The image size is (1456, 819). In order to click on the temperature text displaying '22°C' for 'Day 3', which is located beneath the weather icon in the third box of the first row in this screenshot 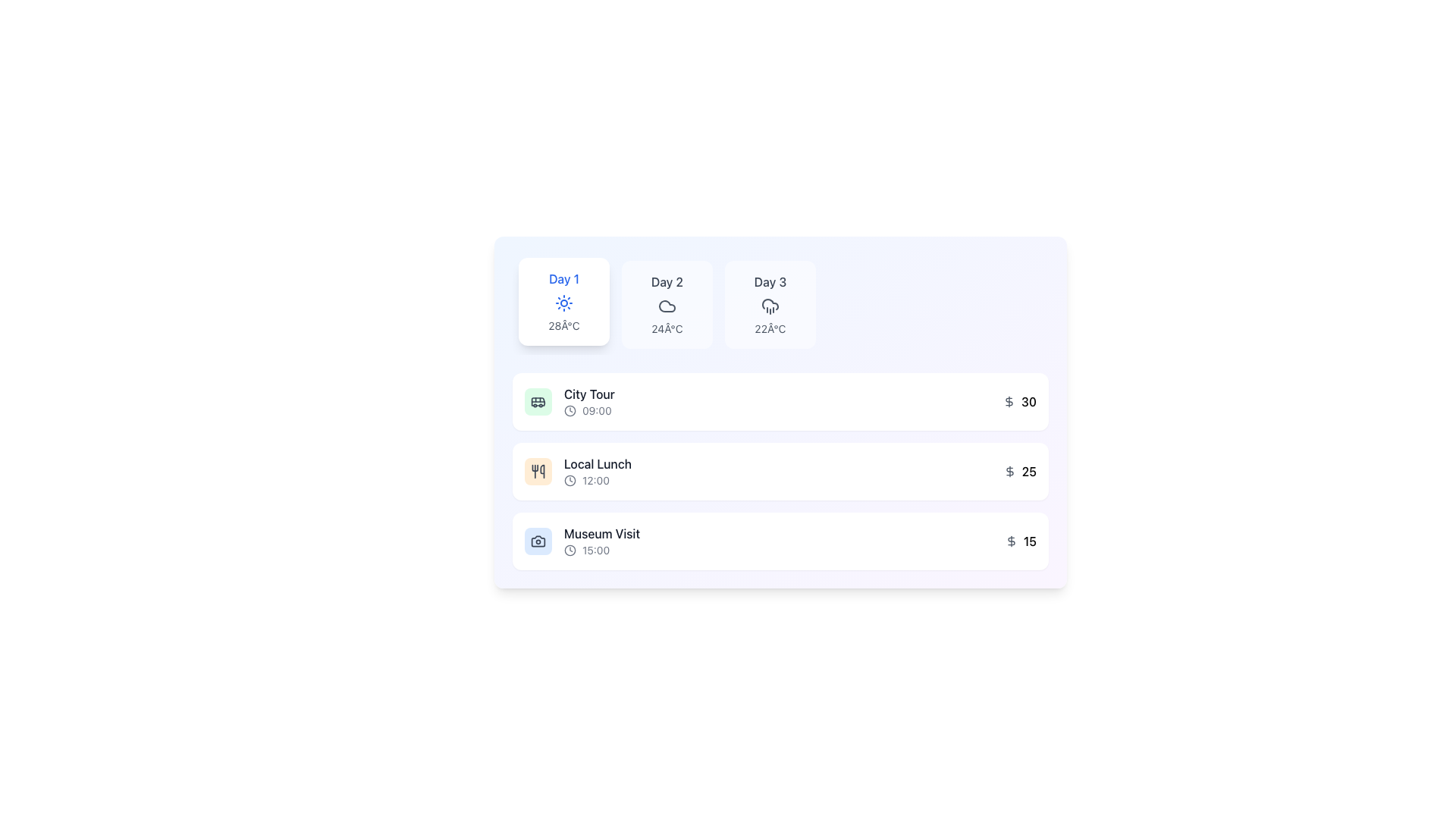, I will do `click(770, 328)`.